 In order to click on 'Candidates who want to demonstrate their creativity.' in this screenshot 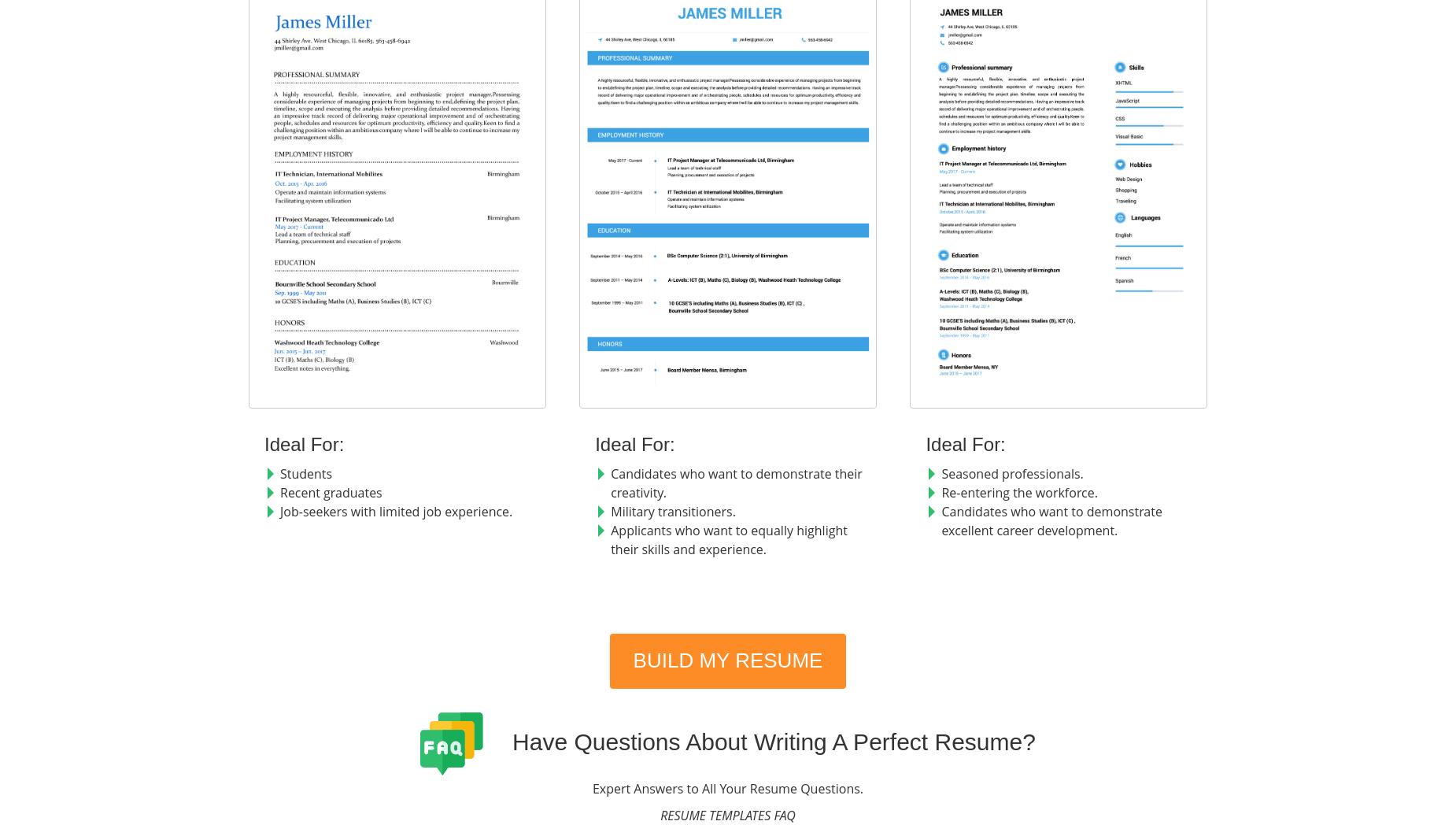, I will do `click(735, 482)`.